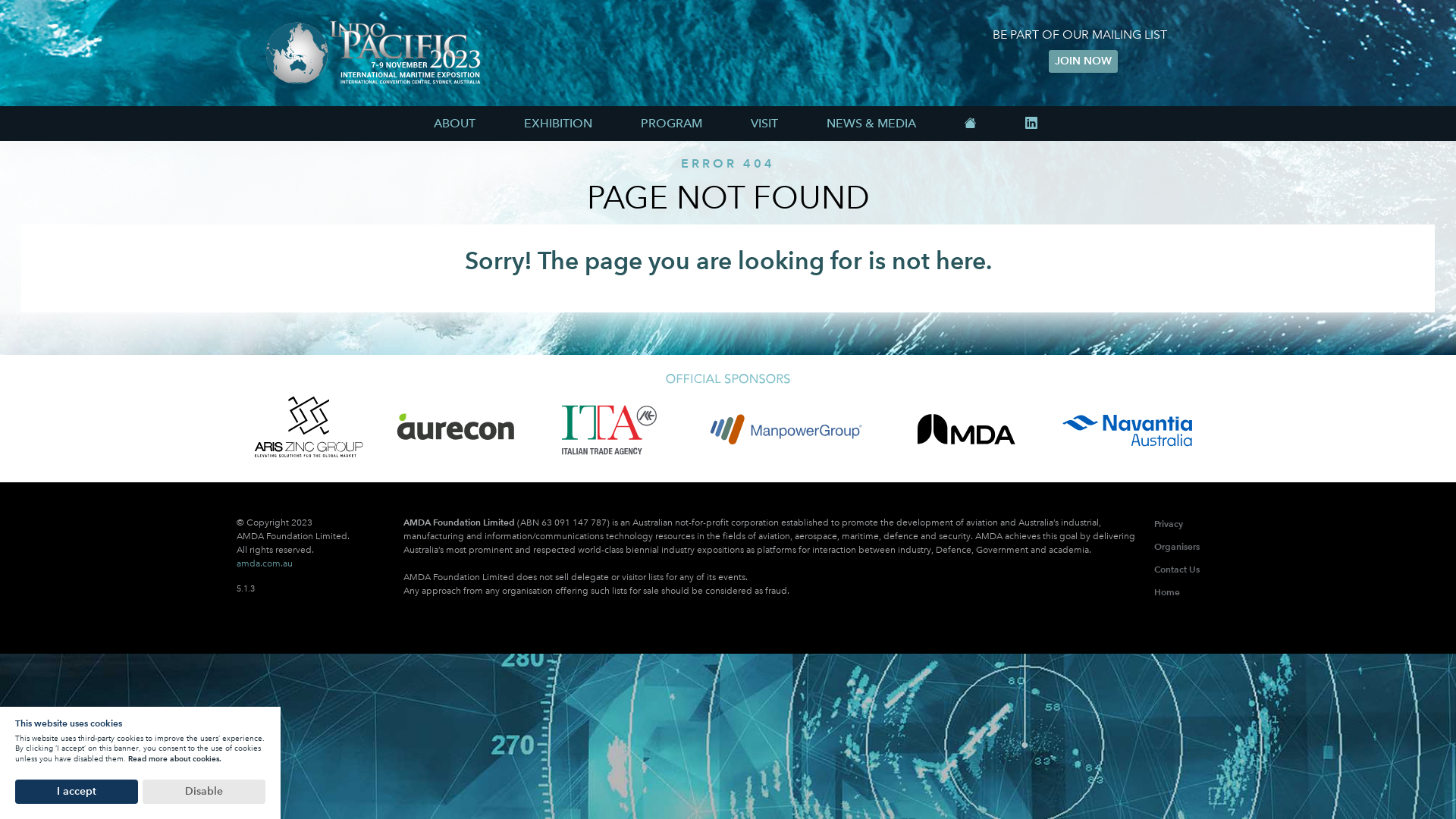 Image resolution: width=1456 pixels, height=819 pixels. What do you see at coordinates (453, 122) in the screenshot?
I see `'ABOUT'` at bounding box center [453, 122].